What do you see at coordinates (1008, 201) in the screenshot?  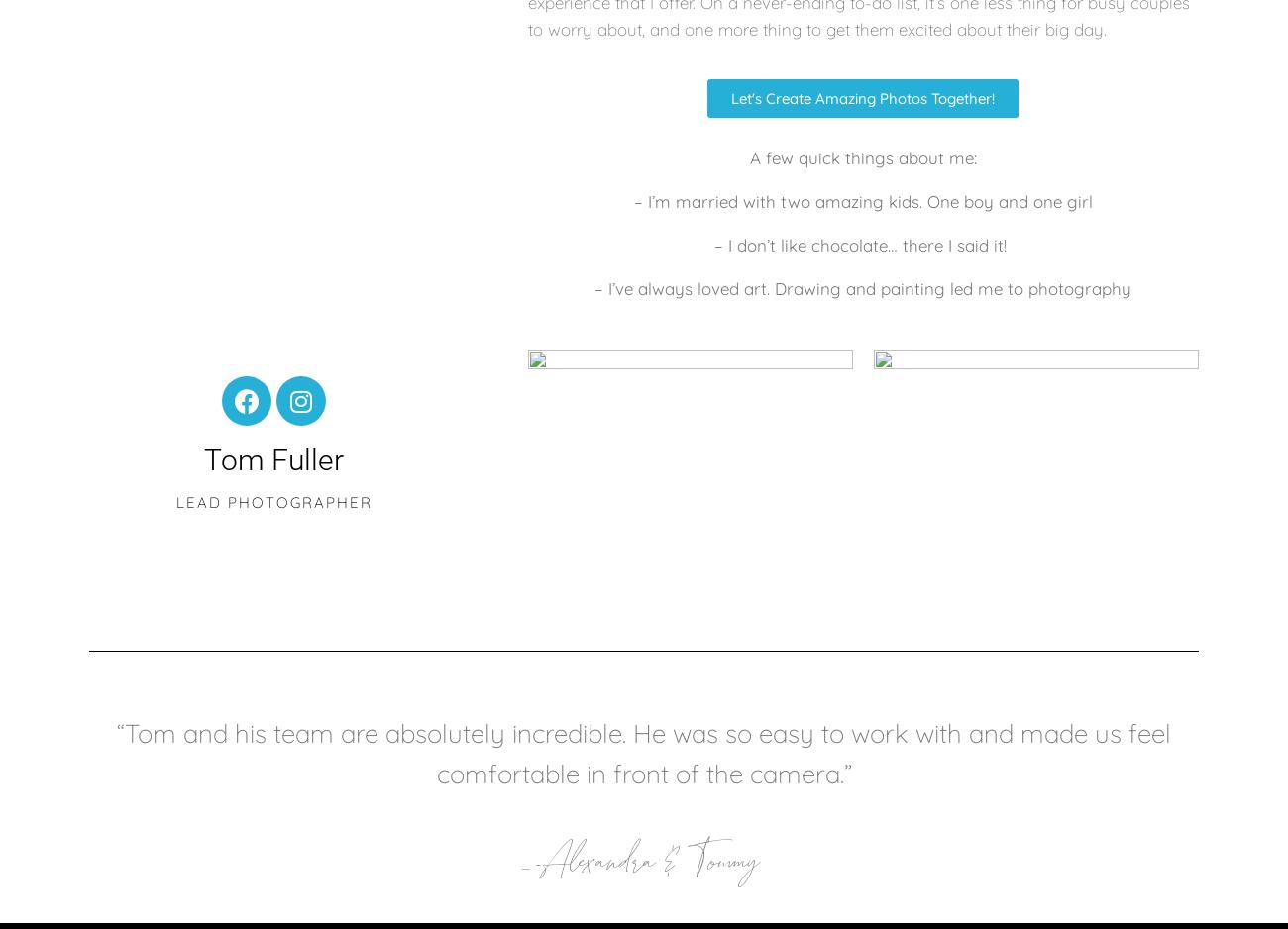 I see `'One boy and one girl'` at bounding box center [1008, 201].